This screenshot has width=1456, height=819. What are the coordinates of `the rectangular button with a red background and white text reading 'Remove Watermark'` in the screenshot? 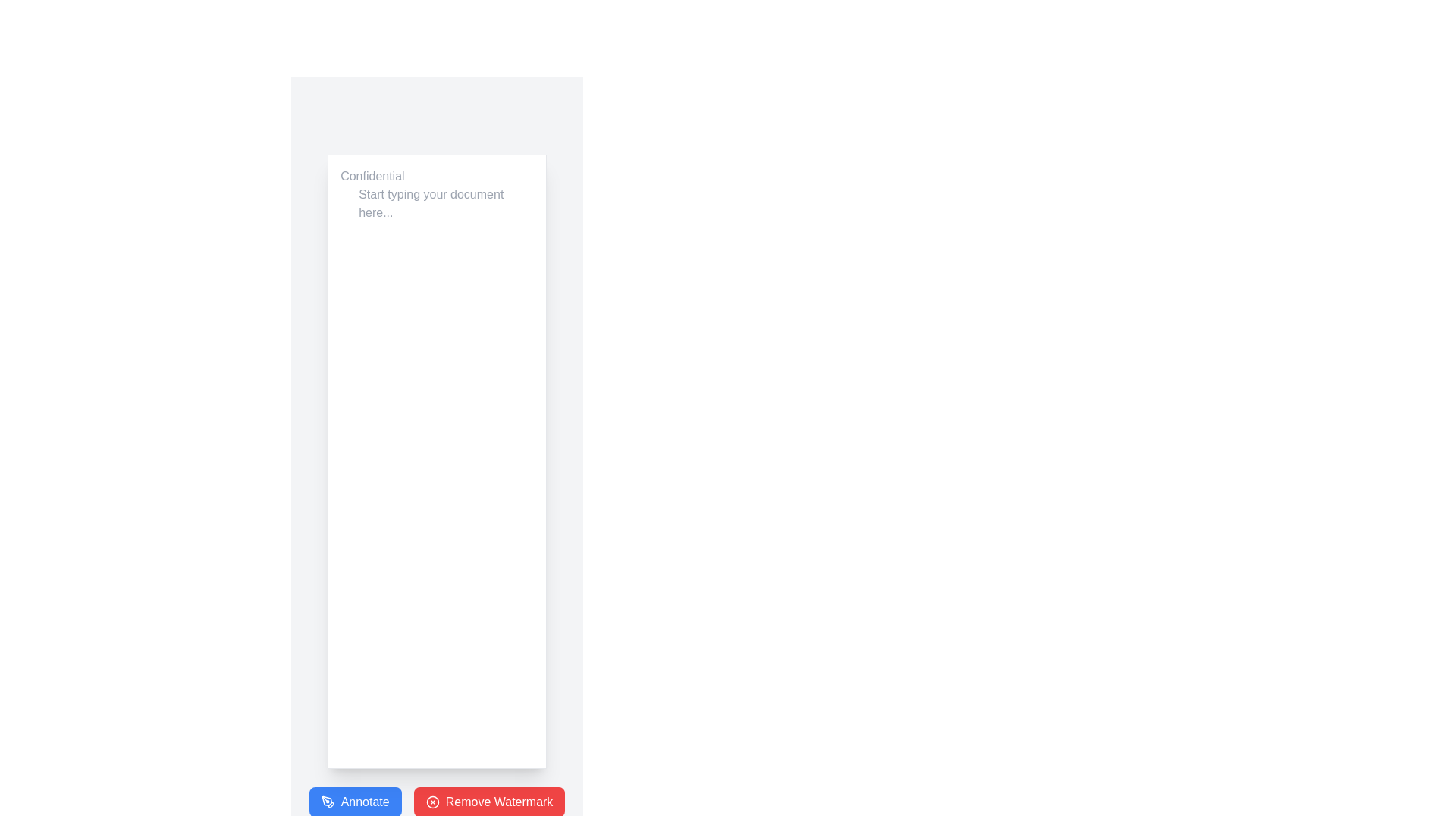 It's located at (489, 801).